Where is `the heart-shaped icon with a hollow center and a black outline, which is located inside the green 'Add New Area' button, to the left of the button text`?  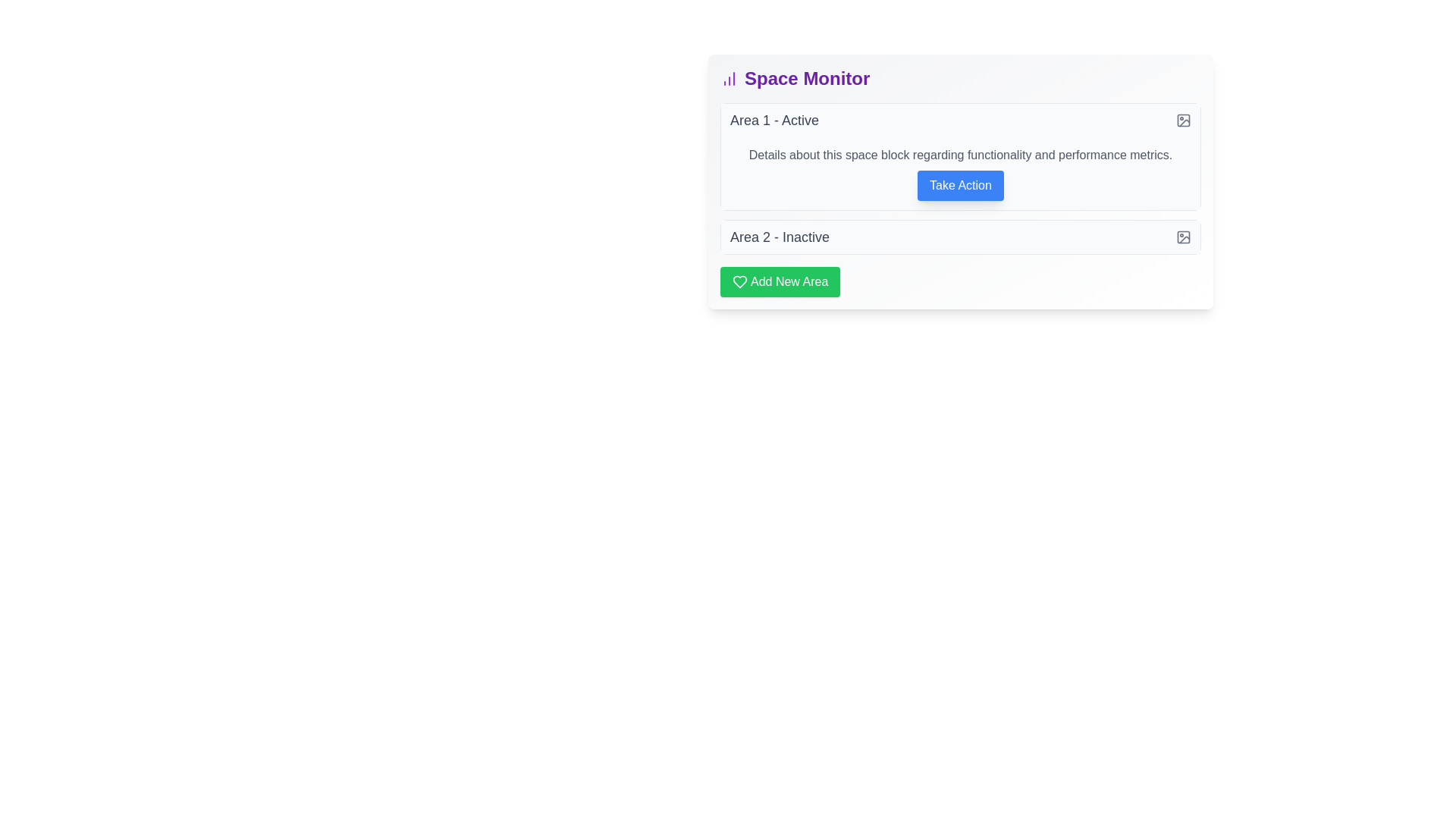
the heart-shaped icon with a hollow center and a black outline, which is located inside the green 'Add New Area' button, to the left of the button text is located at coordinates (739, 281).